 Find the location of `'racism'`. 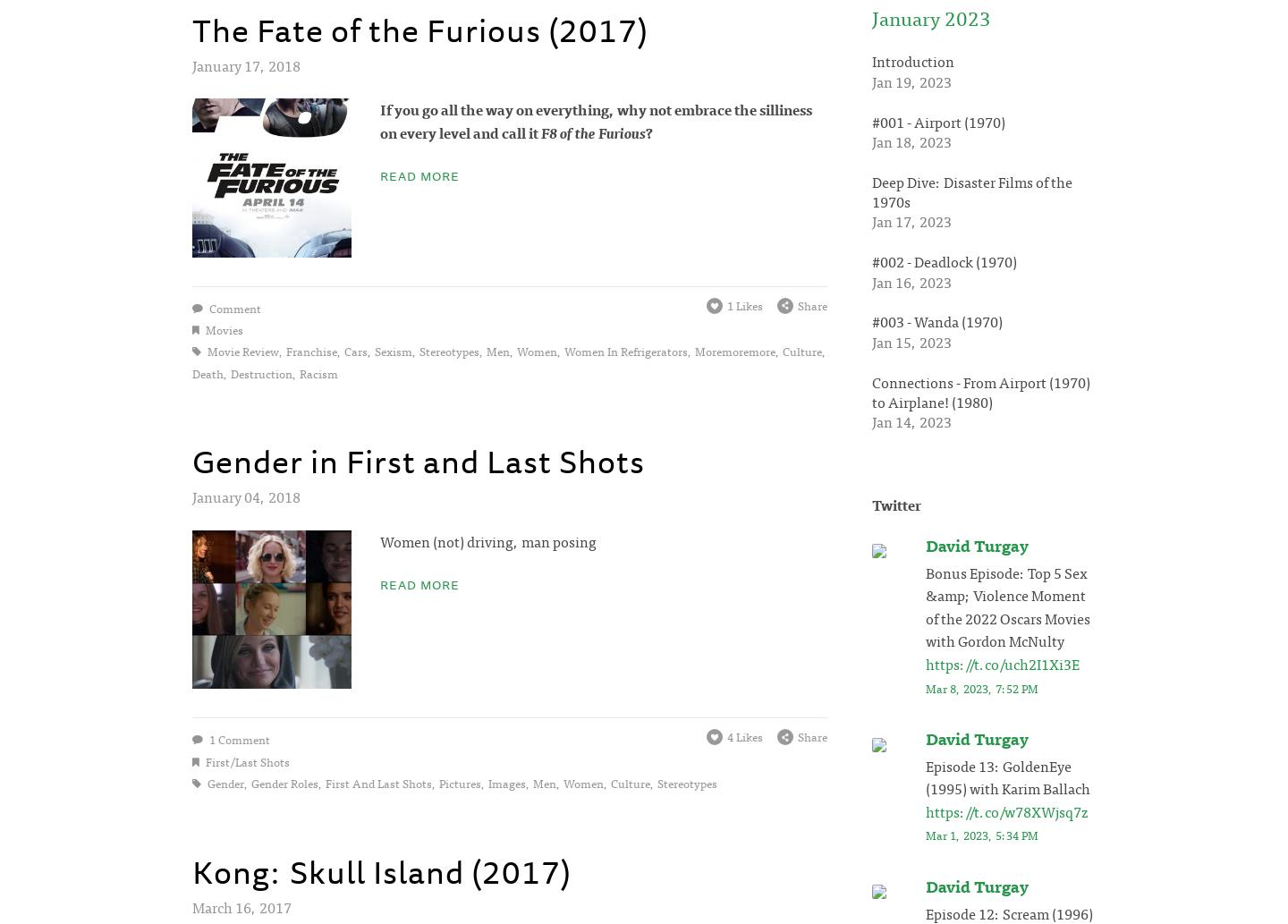

'racism' is located at coordinates (318, 372).